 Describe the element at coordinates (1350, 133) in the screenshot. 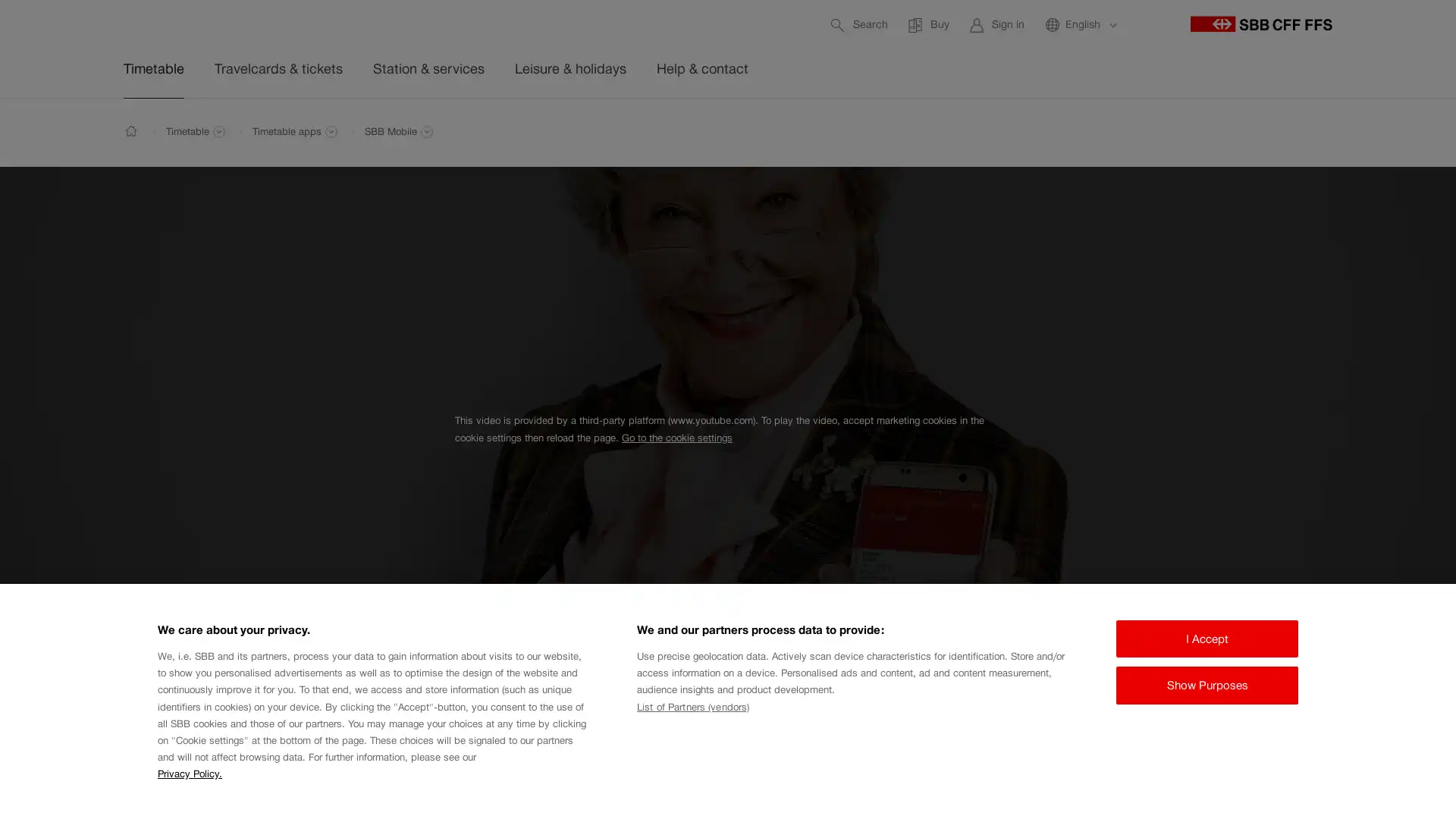

I see `Close active menu item Timetable.` at that location.